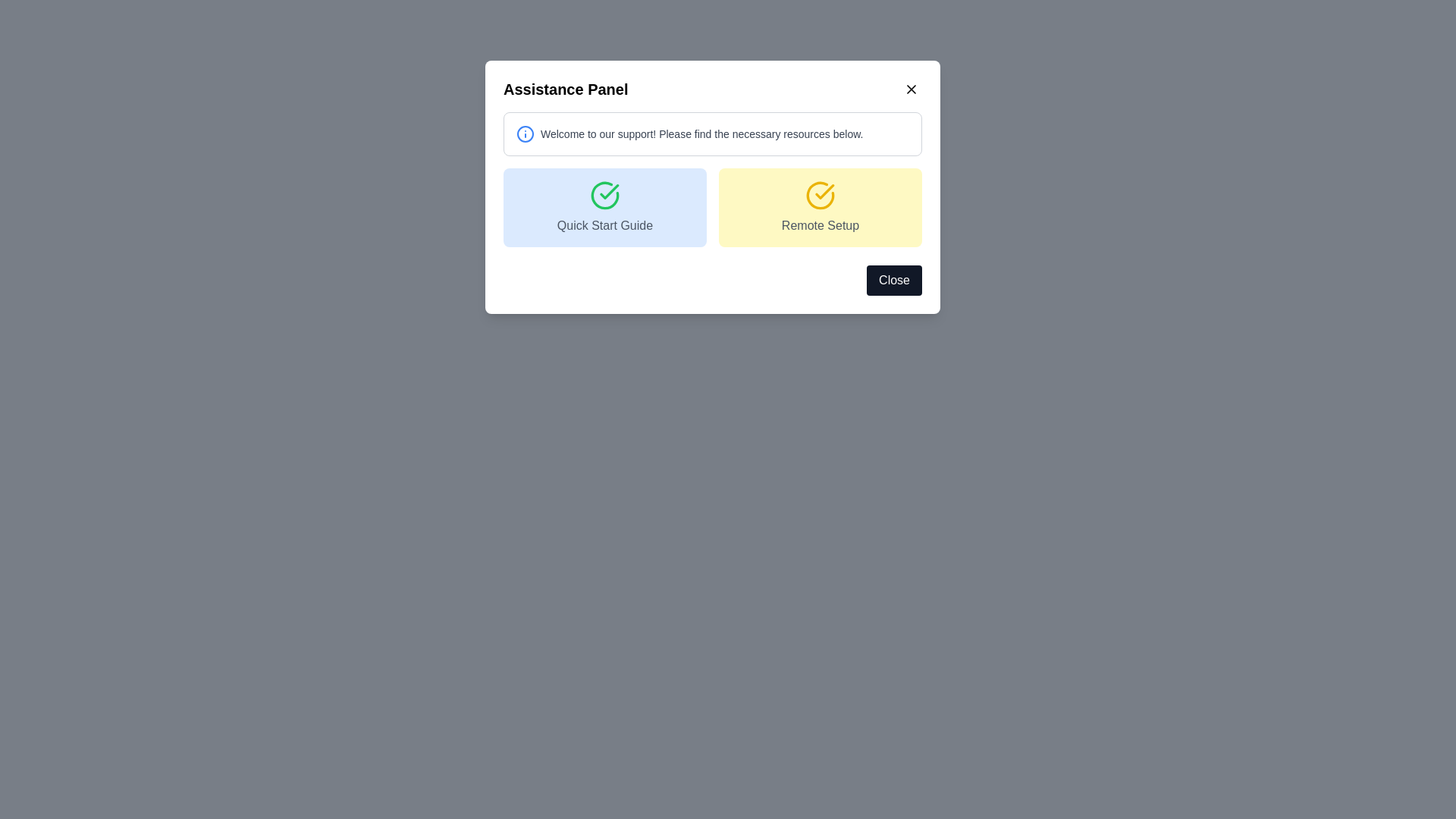  Describe the element at coordinates (565, 89) in the screenshot. I see `the bold and prominently styled heading 'Assistance Panel' located at the top of the modal dialog's header bar` at that location.